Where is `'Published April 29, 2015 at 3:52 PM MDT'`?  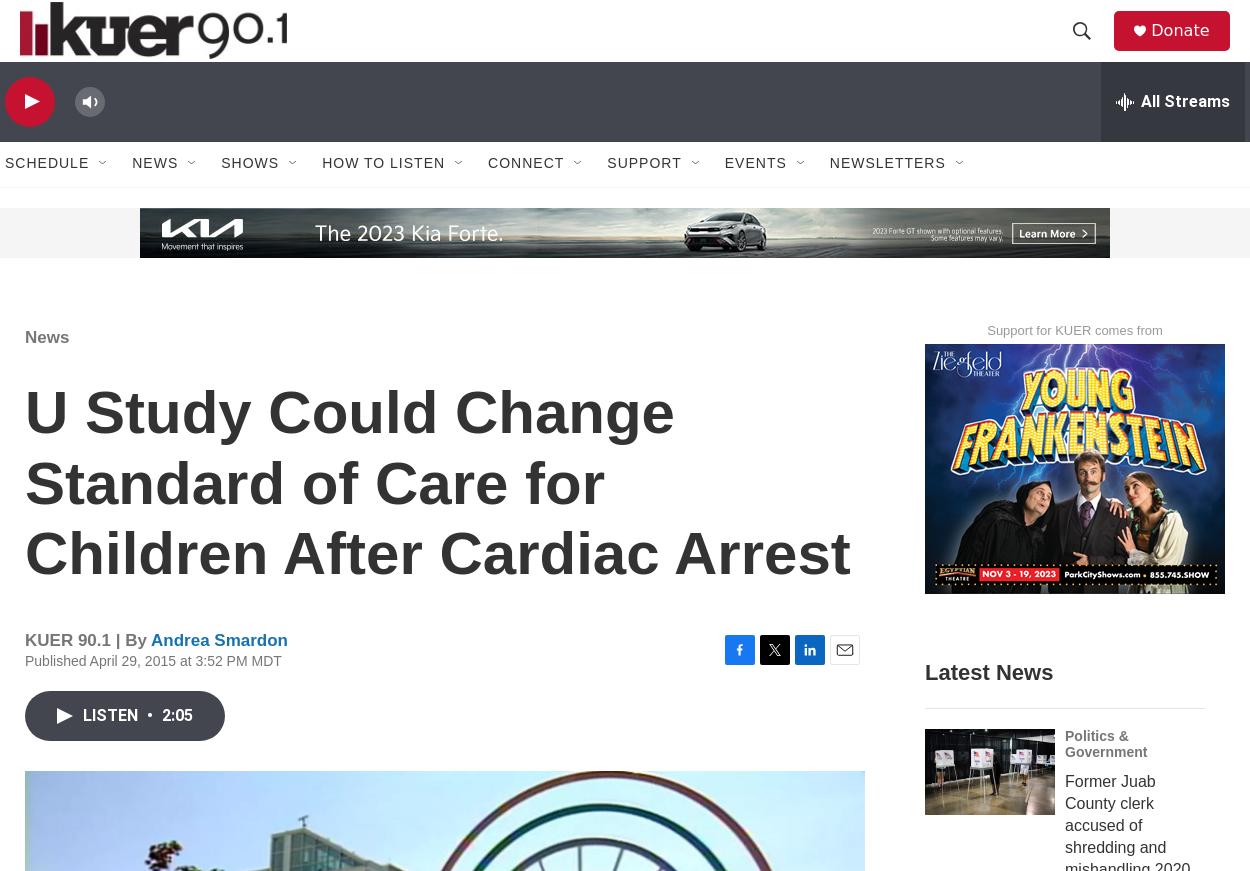
'Published April 29, 2015 at 3:52 PM MDT' is located at coordinates (153, 703).